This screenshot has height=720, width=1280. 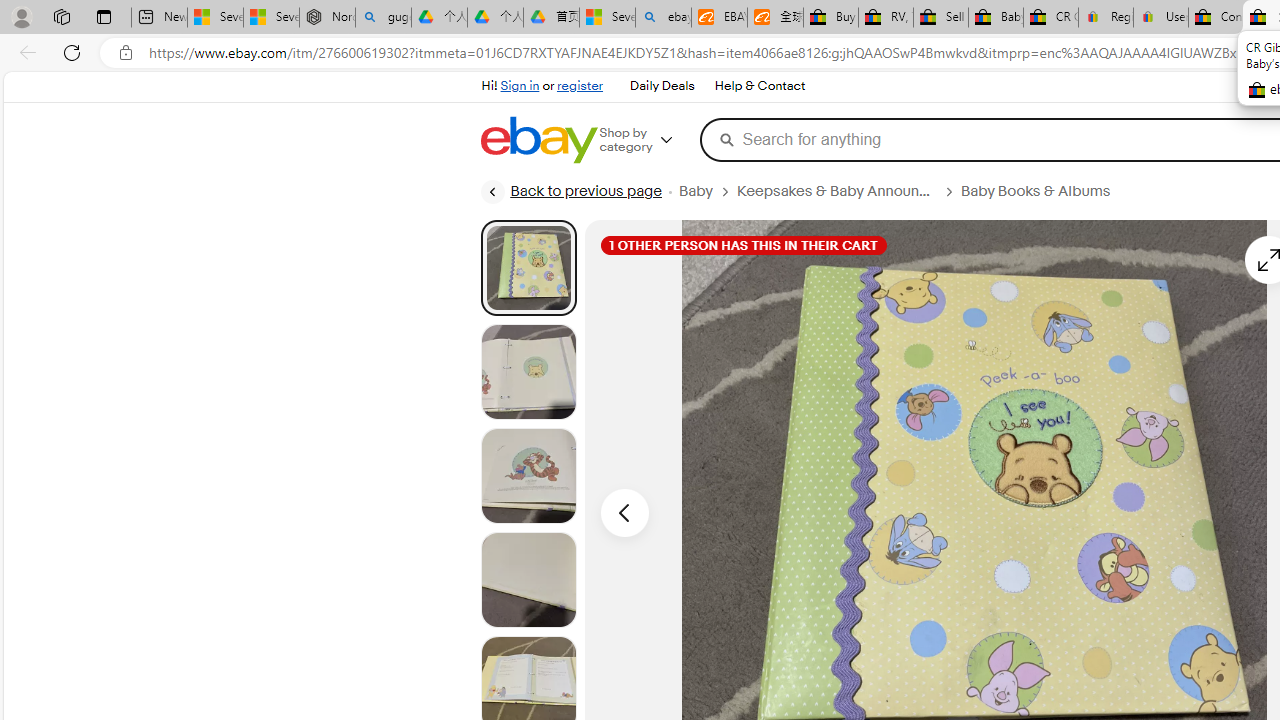 What do you see at coordinates (695, 191) in the screenshot?
I see `'Baby'` at bounding box center [695, 191].